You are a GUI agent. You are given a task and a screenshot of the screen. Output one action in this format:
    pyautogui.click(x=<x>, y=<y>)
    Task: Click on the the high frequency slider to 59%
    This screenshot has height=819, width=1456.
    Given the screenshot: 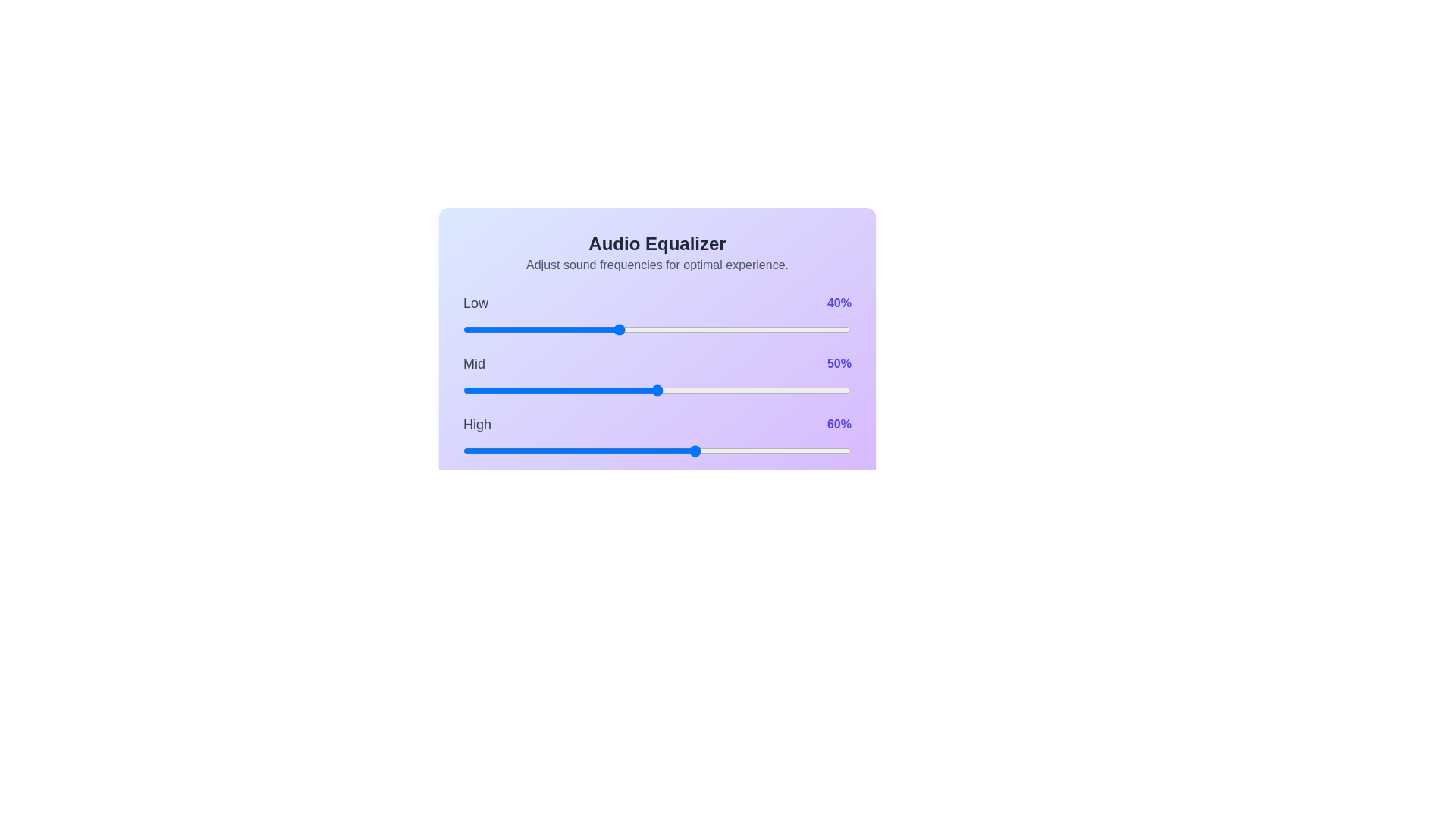 What is the action you would take?
    pyautogui.click(x=692, y=450)
    